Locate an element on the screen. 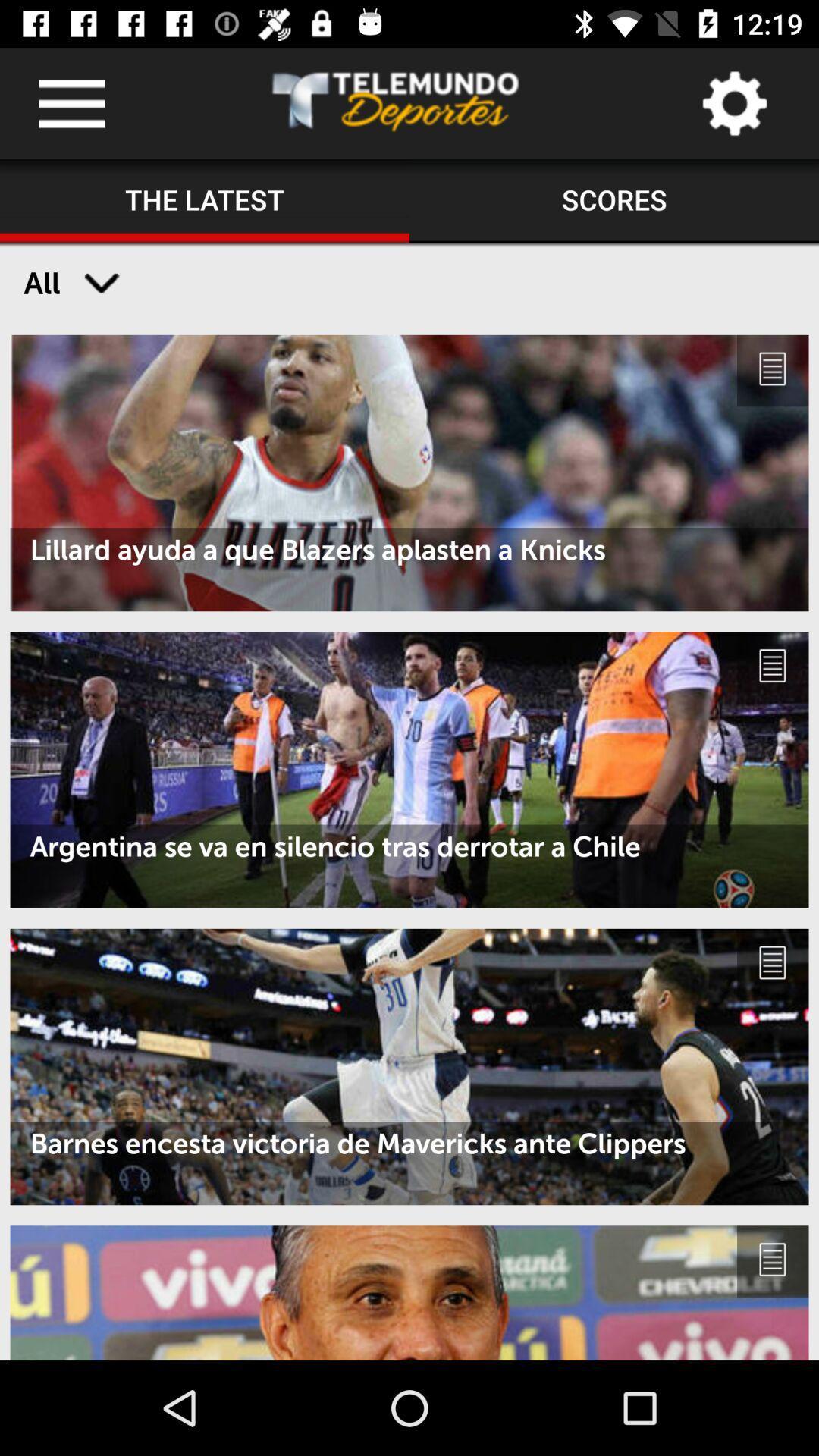 This screenshot has height=1456, width=819. settings is located at coordinates (733, 102).